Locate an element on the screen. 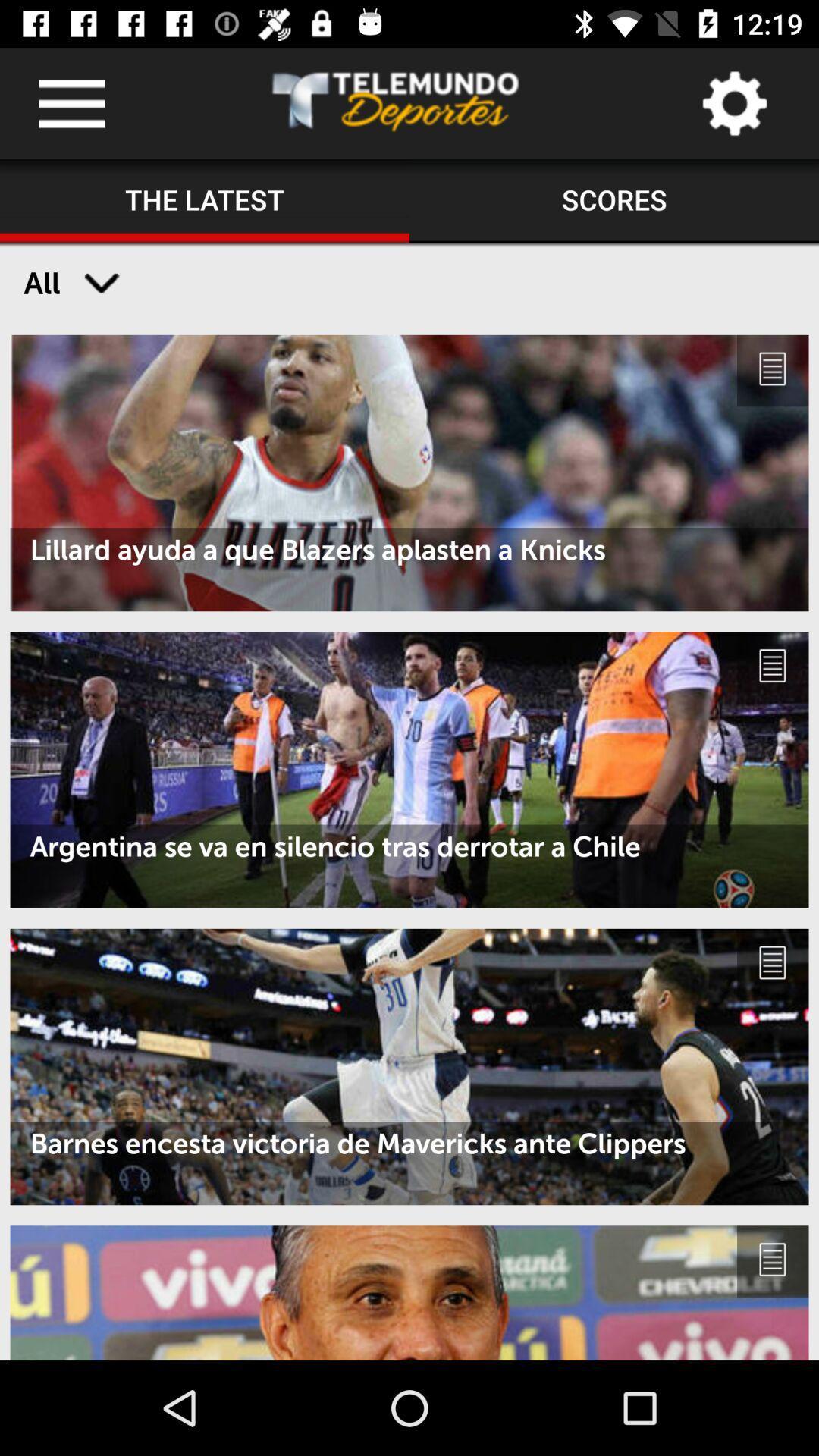 This screenshot has height=1456, width=819. settings is located at coordinates (733, 102).